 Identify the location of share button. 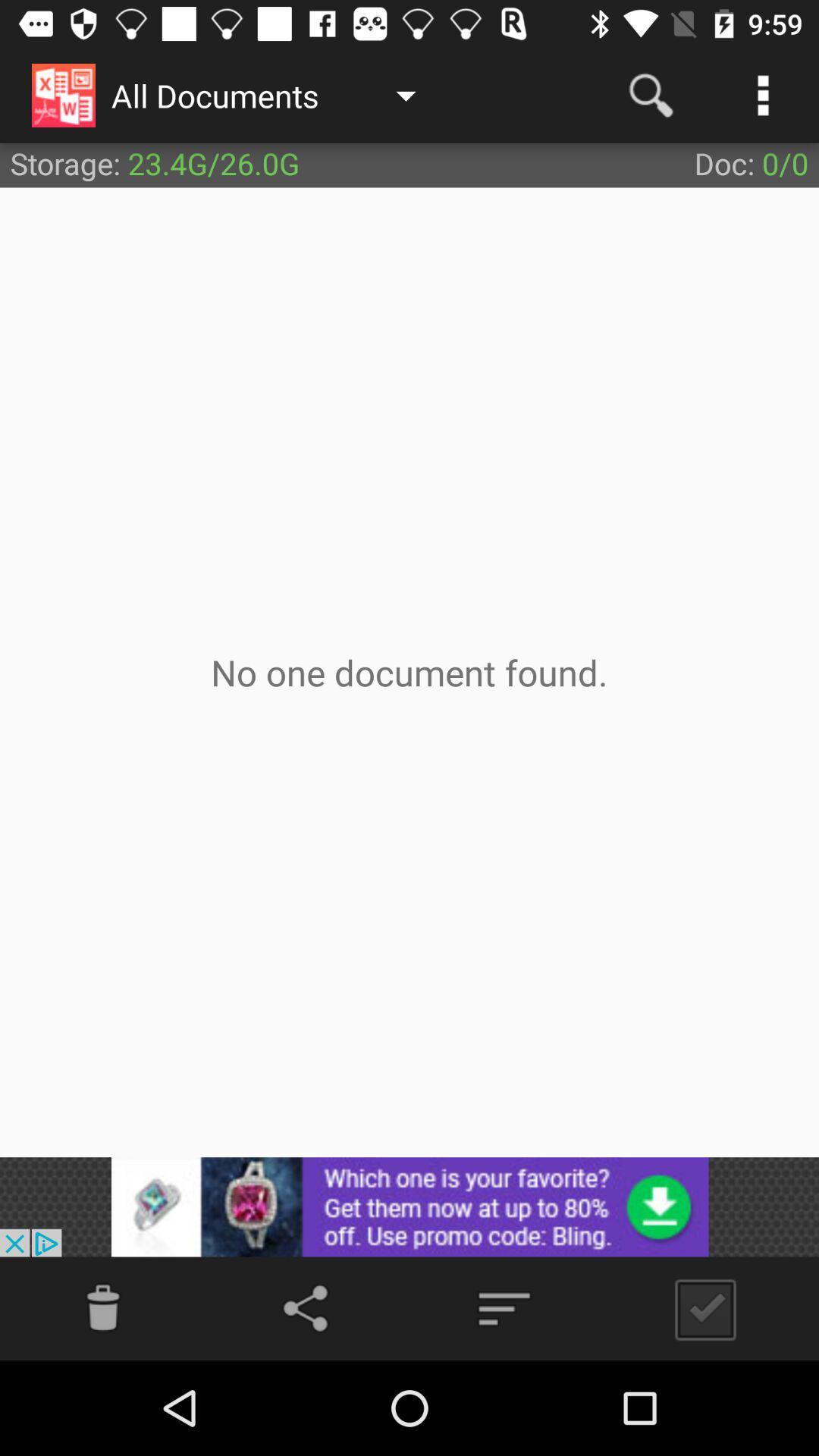
(308, 1307).